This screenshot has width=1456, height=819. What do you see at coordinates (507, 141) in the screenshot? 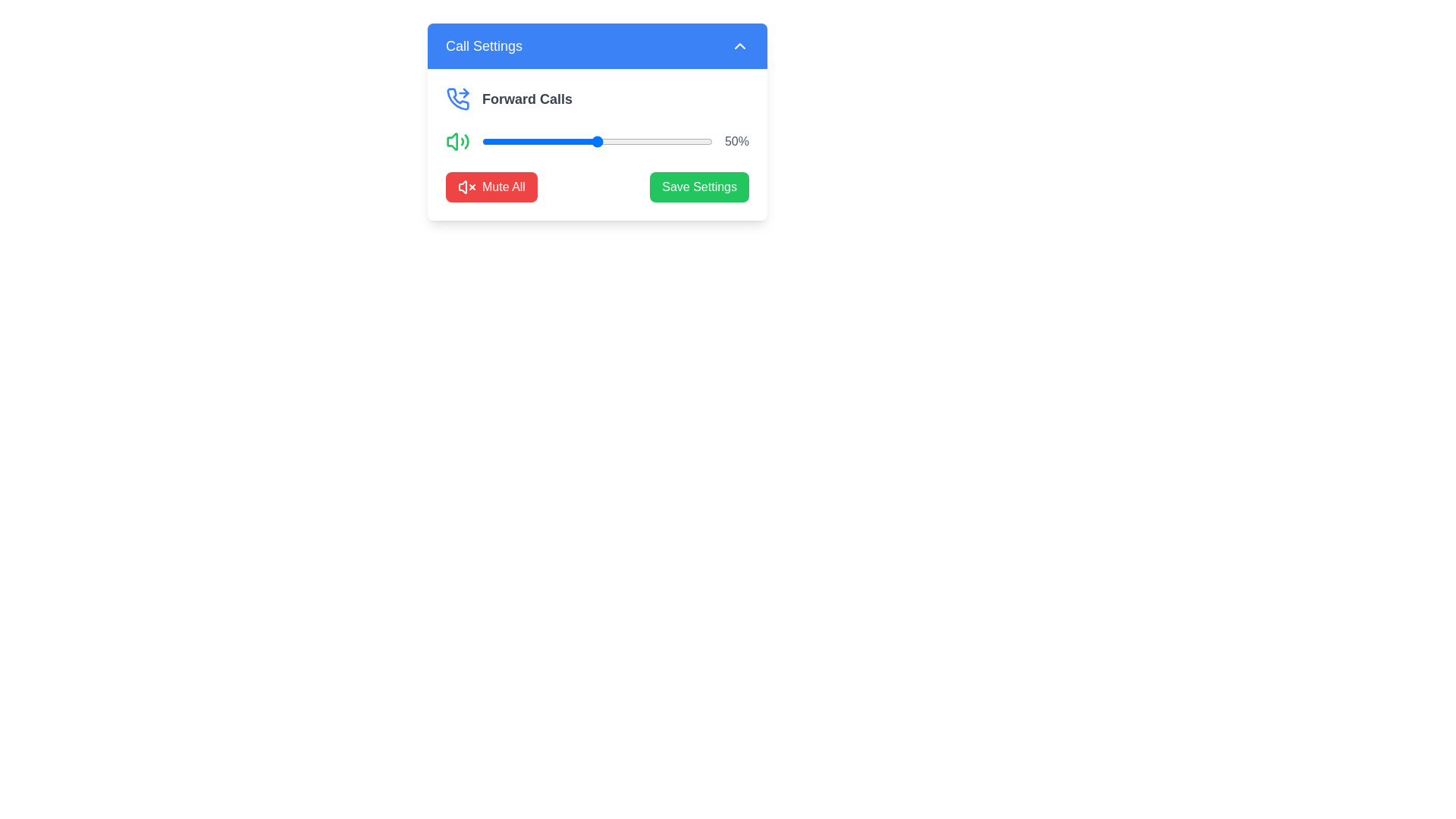
I see `the slider` at bounding box center [507, 141].